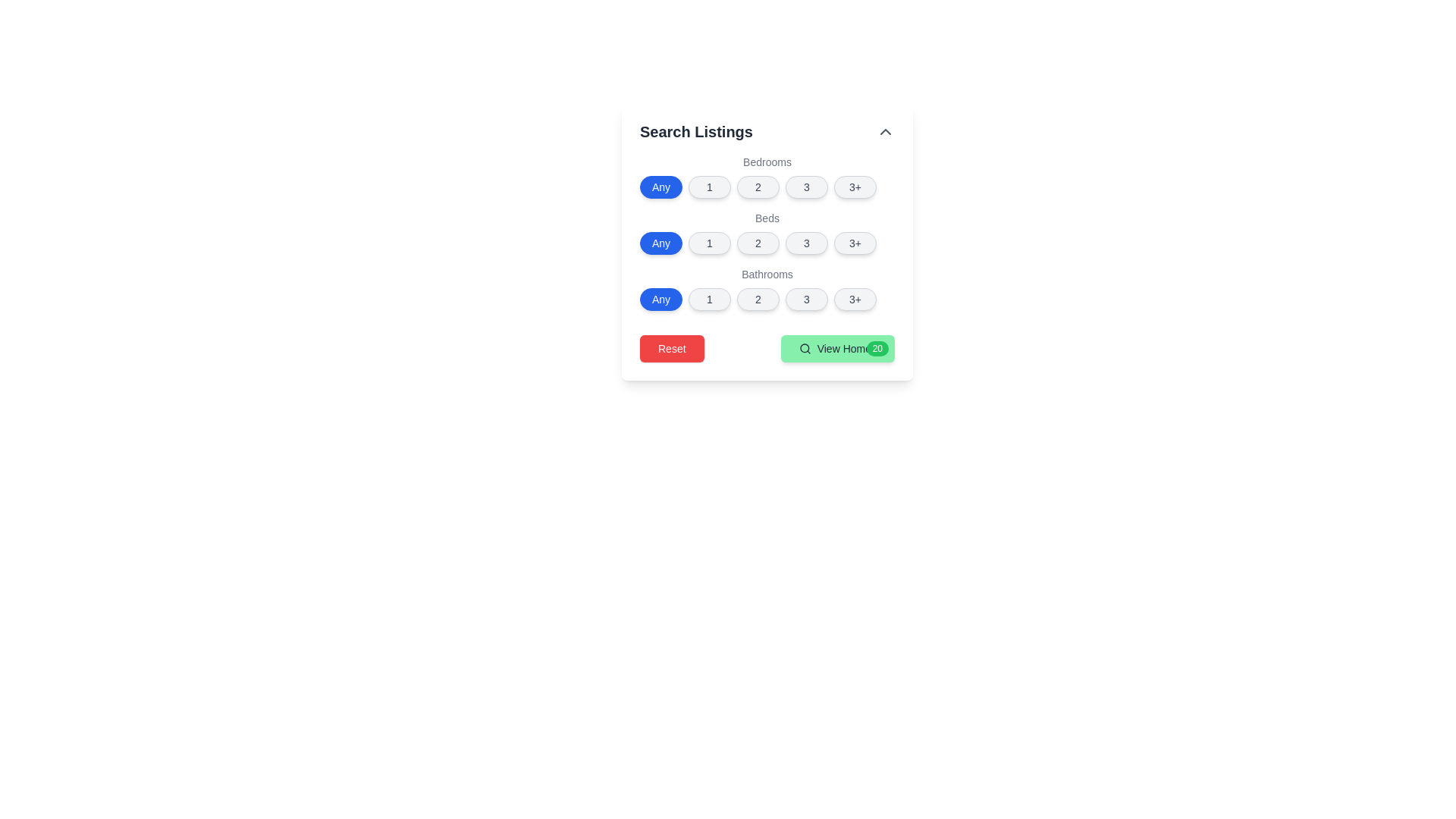 This screenshot has width=1456, height=819. What do you see at coordinates (661, 186) in the screenshot?
I see `the first filter button in the 'Bedrooms' filter section` at bounding box center [661, 186].